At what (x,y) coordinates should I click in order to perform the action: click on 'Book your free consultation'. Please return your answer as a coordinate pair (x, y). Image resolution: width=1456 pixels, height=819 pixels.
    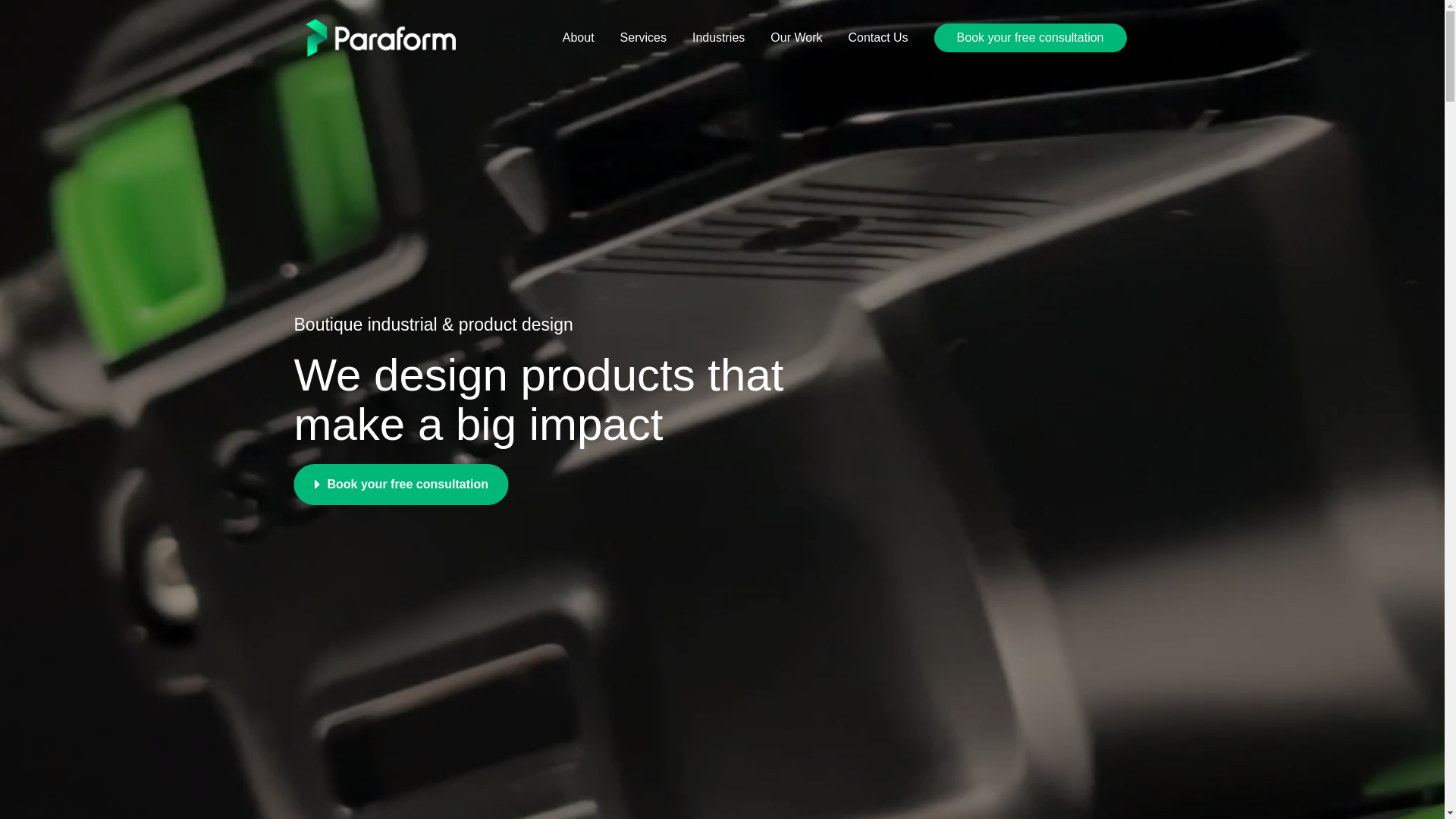
    Looking at the image, I should click on (1030, 37).